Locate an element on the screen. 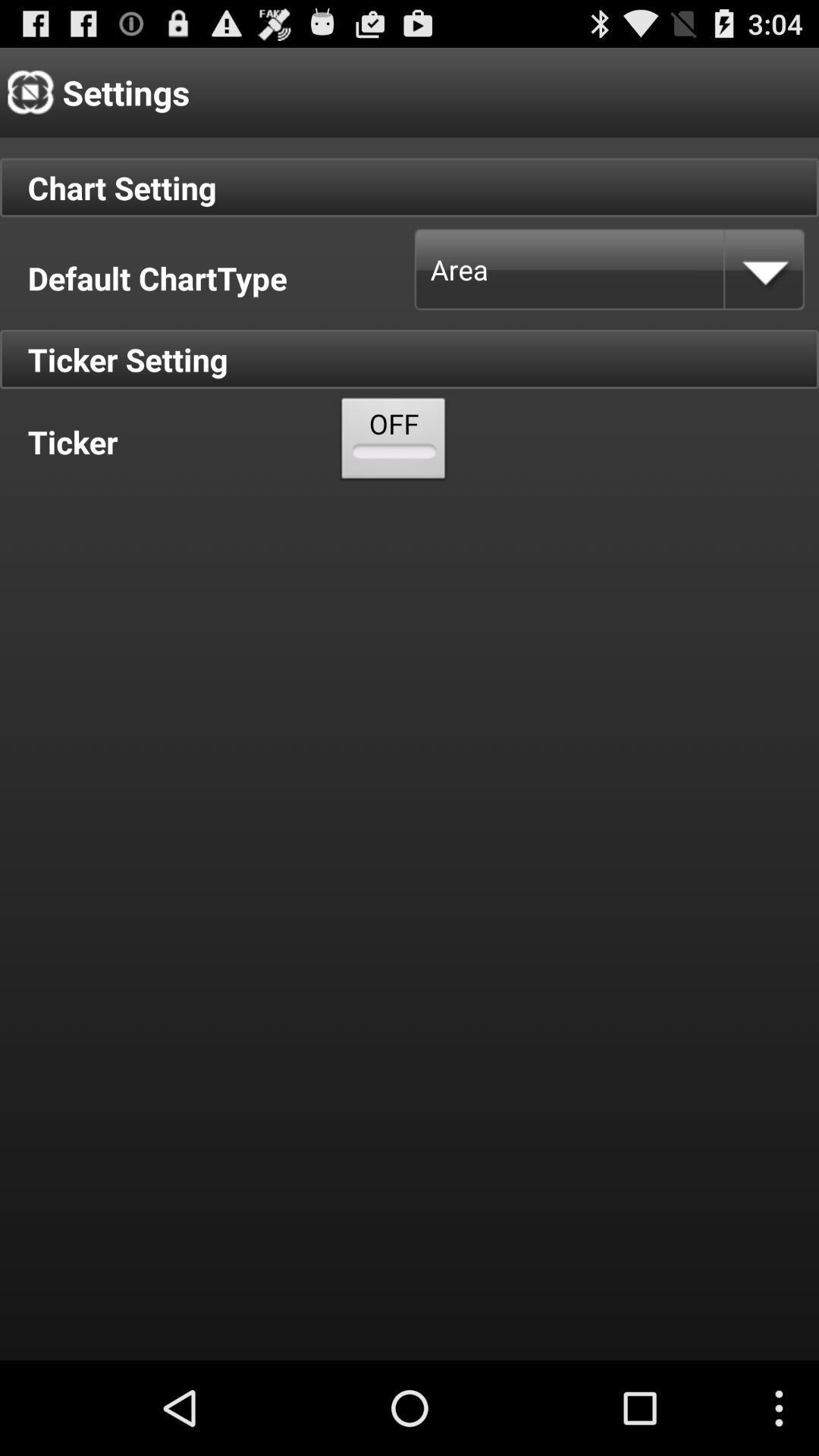  app to the right of the ticker is located at coordinates (393, 441).